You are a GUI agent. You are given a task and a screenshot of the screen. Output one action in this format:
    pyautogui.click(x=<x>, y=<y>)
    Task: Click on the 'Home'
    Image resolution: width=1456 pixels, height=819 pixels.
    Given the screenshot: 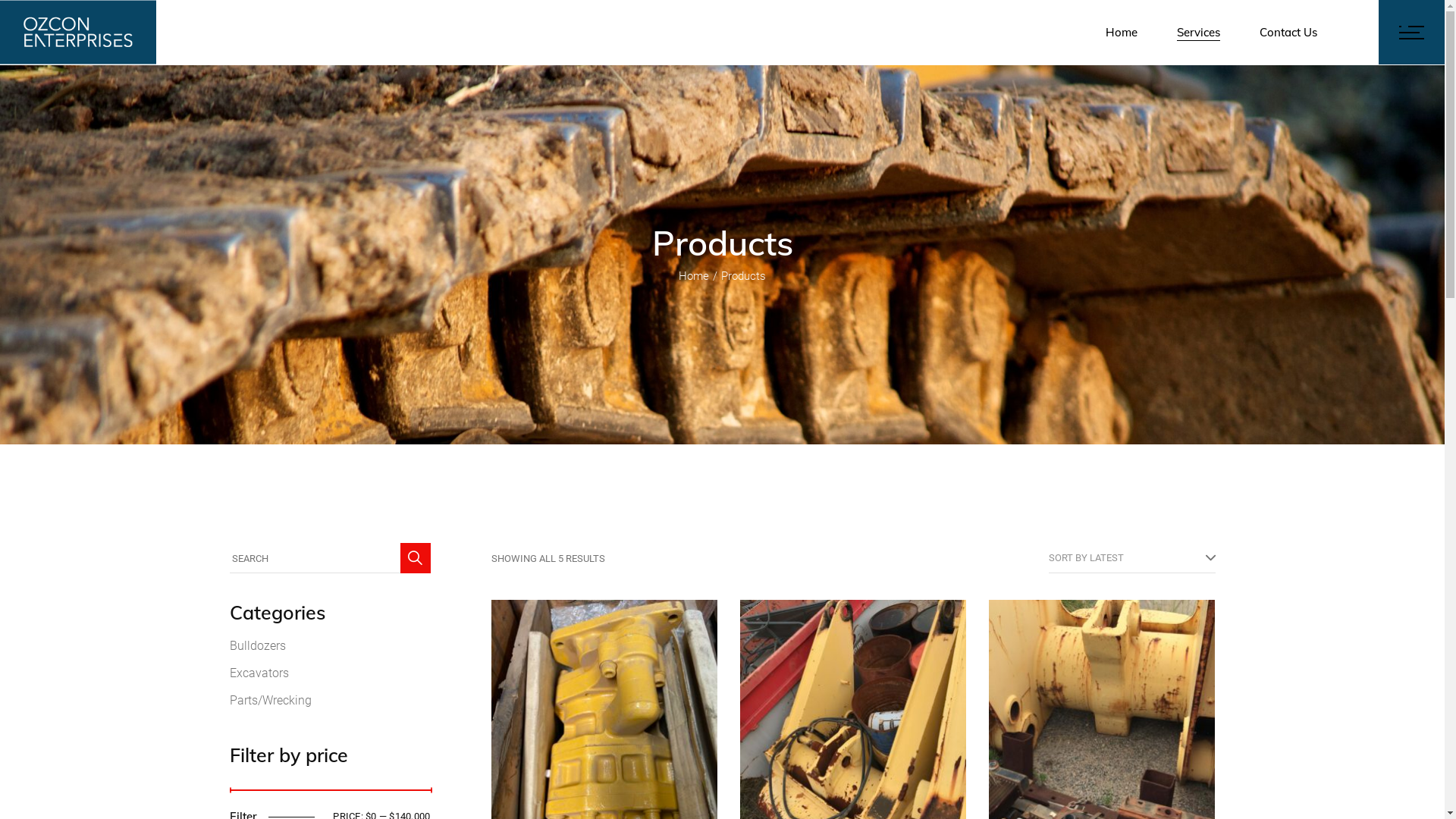 What is the action you would take?
    pyautogui.click(x=693, y=275)
    